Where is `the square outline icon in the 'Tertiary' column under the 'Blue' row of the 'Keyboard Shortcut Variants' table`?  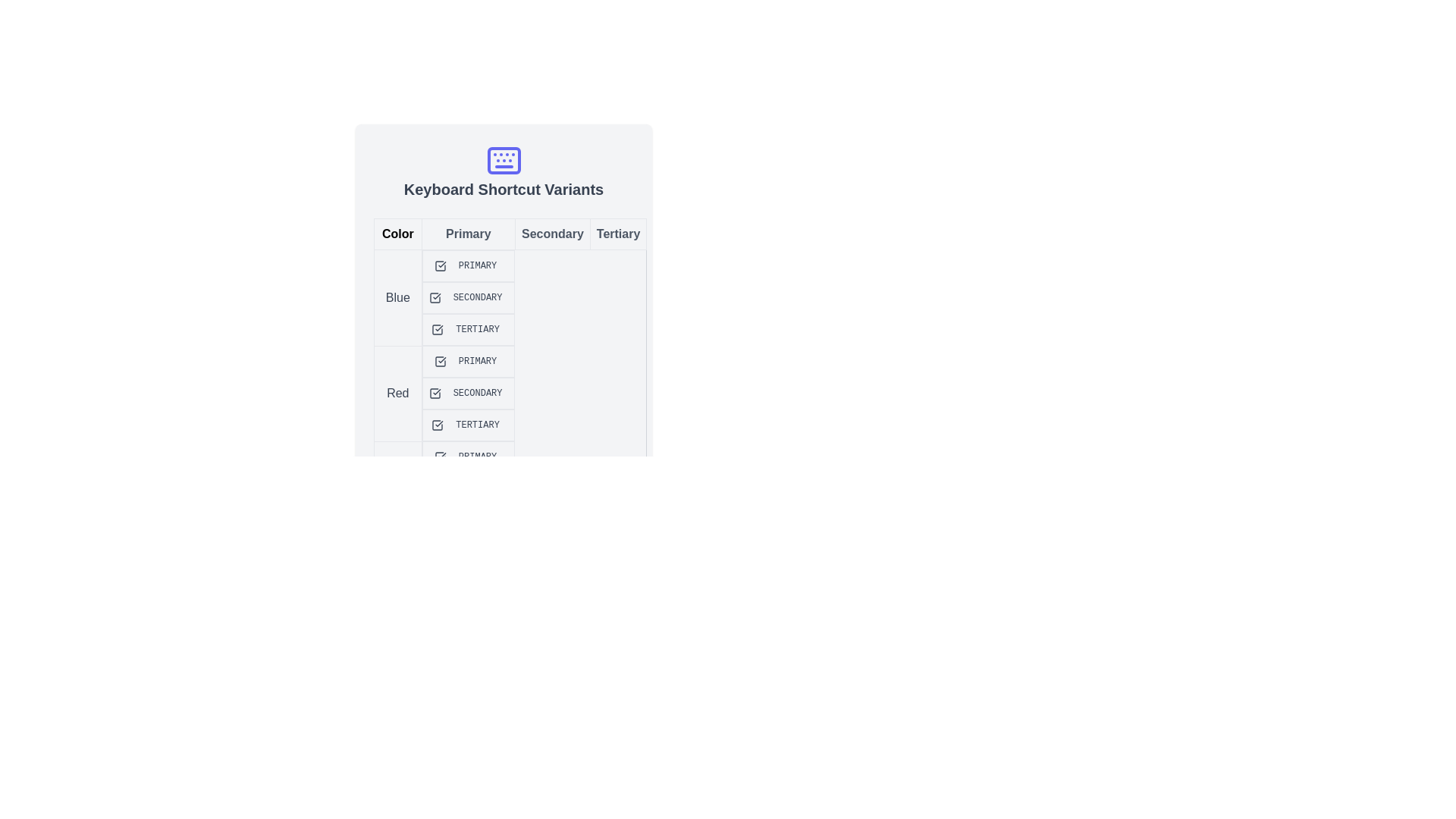
the square outline icon in the 'Tertiary' column under the 'Blue' row of the 'Keyboard Shortcut Variants' table is located at coordinates (437, 329).